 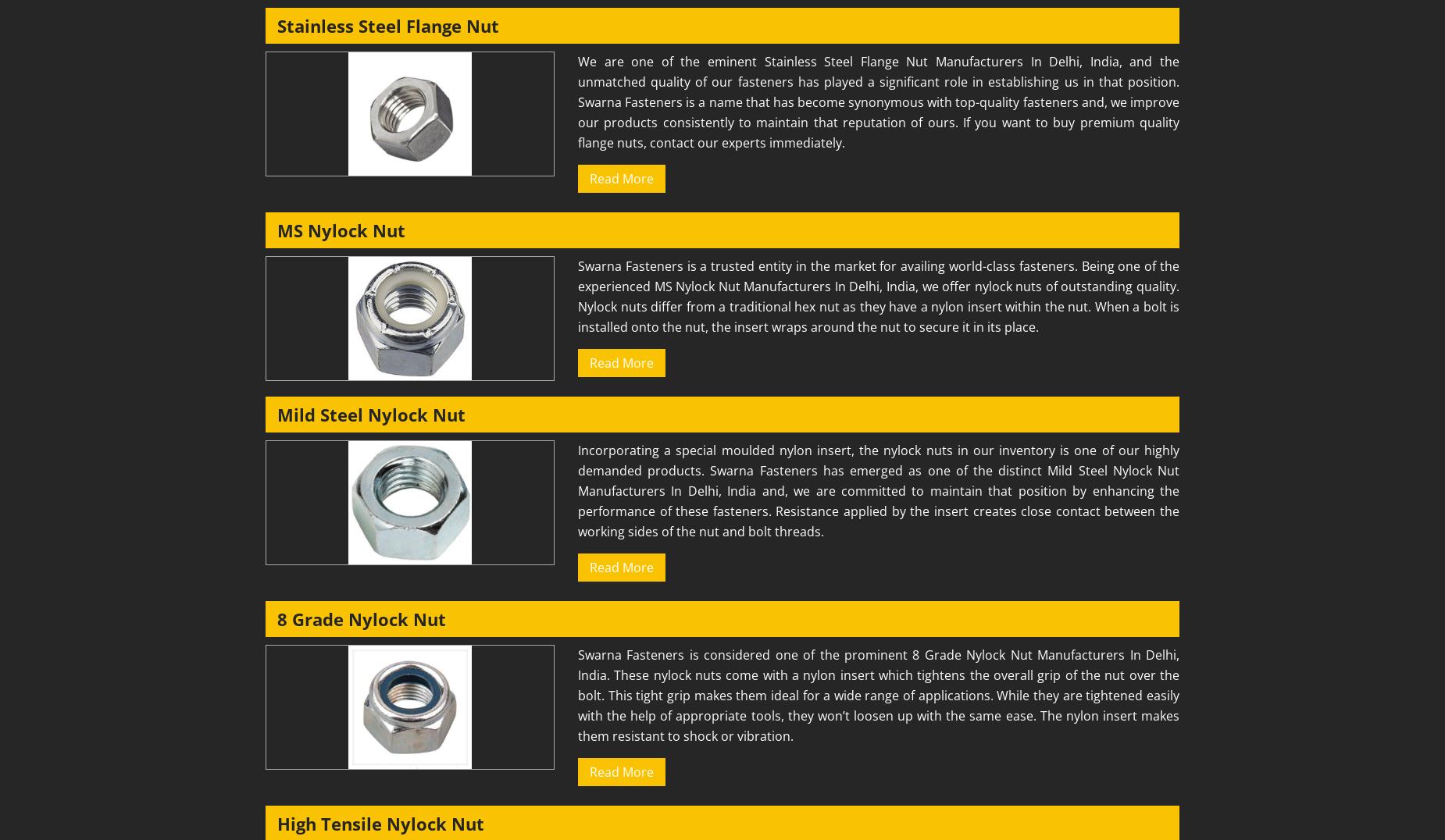 What do you see at coordinates (387, 25) in the screenshot?
I see `'Stainless Steel Flange Nut'` at bounding box center [387, 25].